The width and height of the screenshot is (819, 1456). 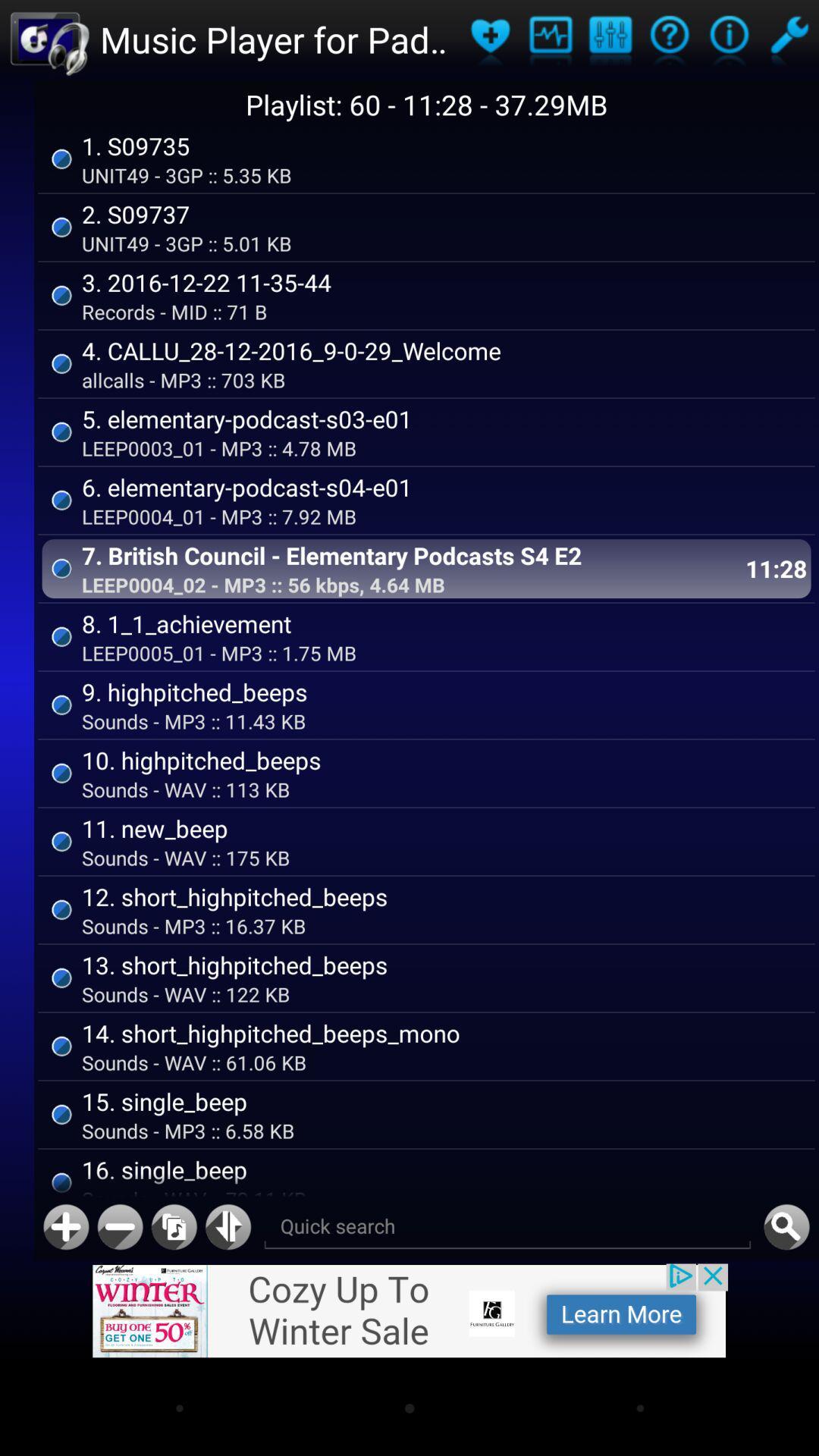 I want to click on banner advertisement, so click(x=409, y=1310).